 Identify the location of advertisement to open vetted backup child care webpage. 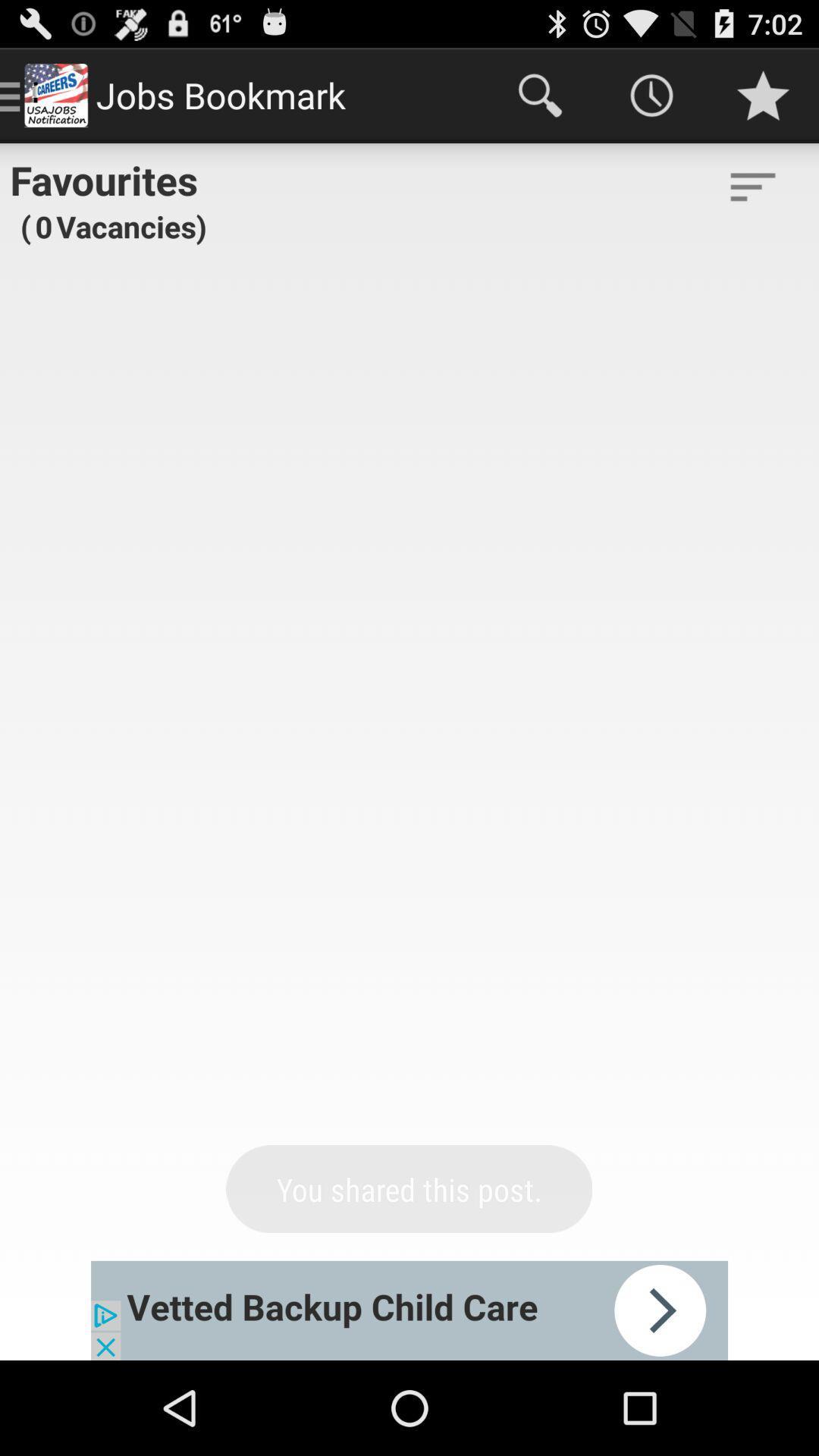
(409, 1310).